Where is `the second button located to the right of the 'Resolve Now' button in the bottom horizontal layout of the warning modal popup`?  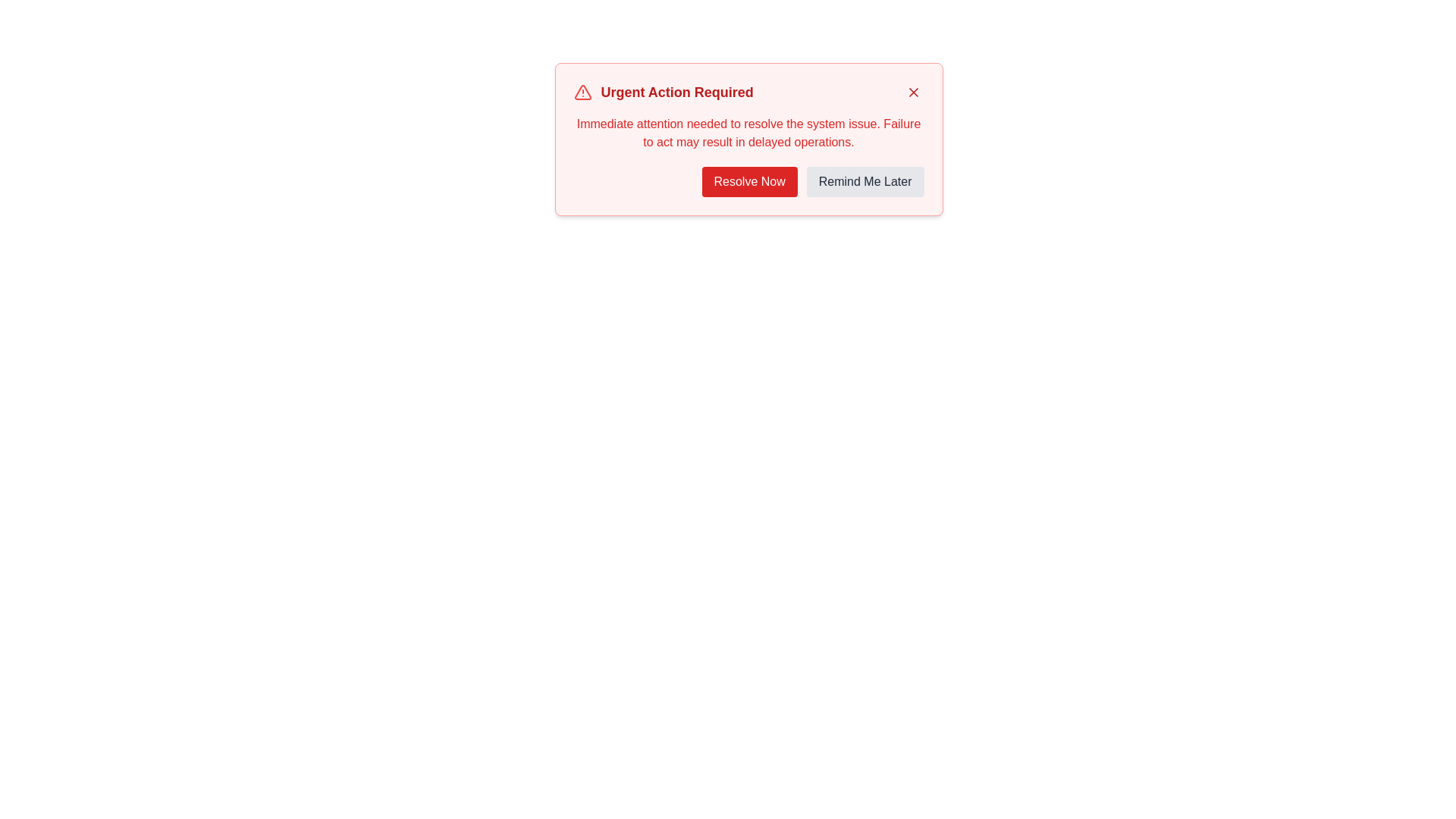 the second button located to the right of the 'Resolve Now' button in the bottom horizontal layout of the warning modal popup is located at coordinates (865, 180).